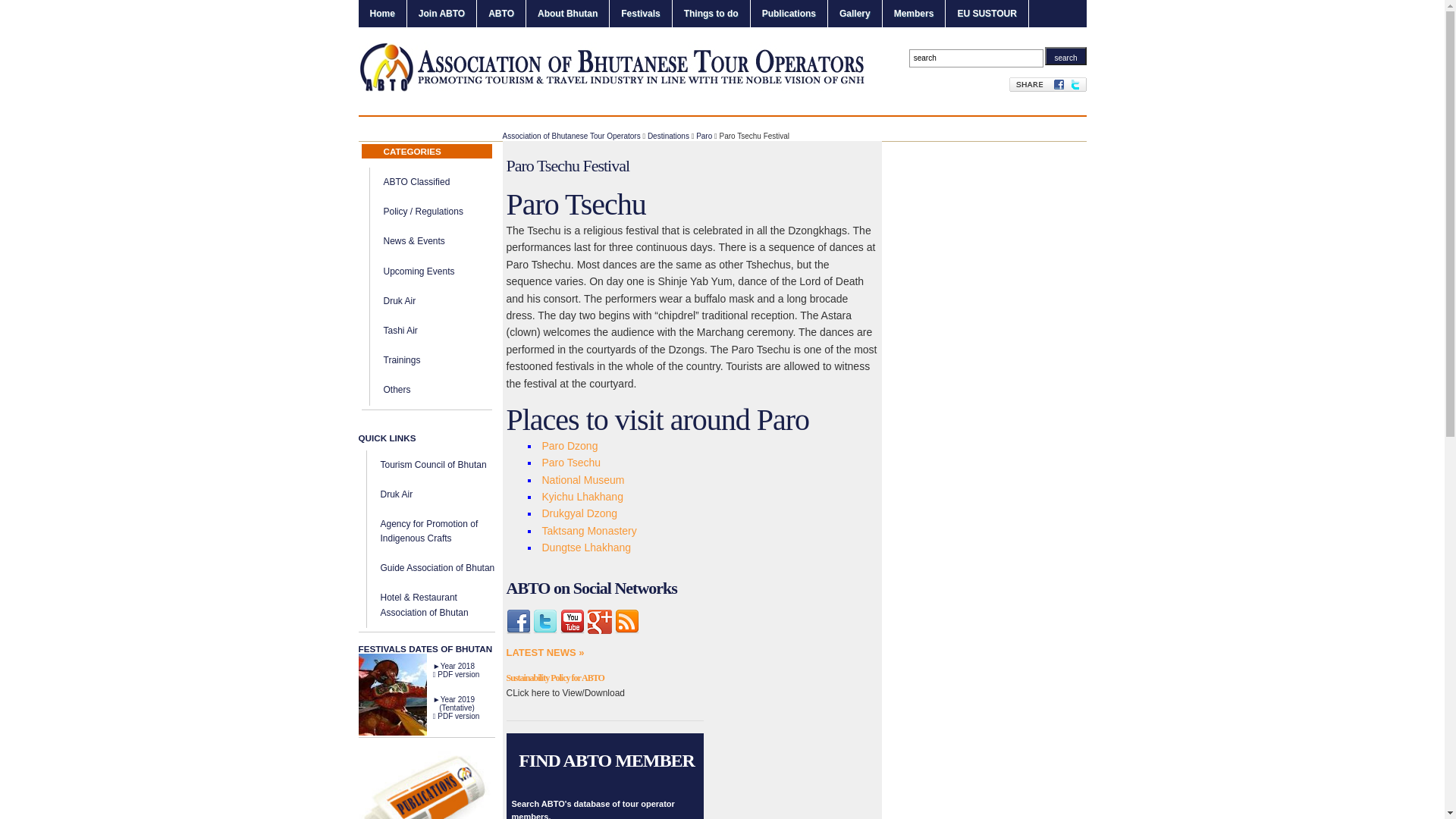 Image resolution: width=1456 pixels, height=819 pixels. Describe the element at coordinates (554, 677) in the screenshot. I see `'Sustainability Policy for ABTO'` at that location.